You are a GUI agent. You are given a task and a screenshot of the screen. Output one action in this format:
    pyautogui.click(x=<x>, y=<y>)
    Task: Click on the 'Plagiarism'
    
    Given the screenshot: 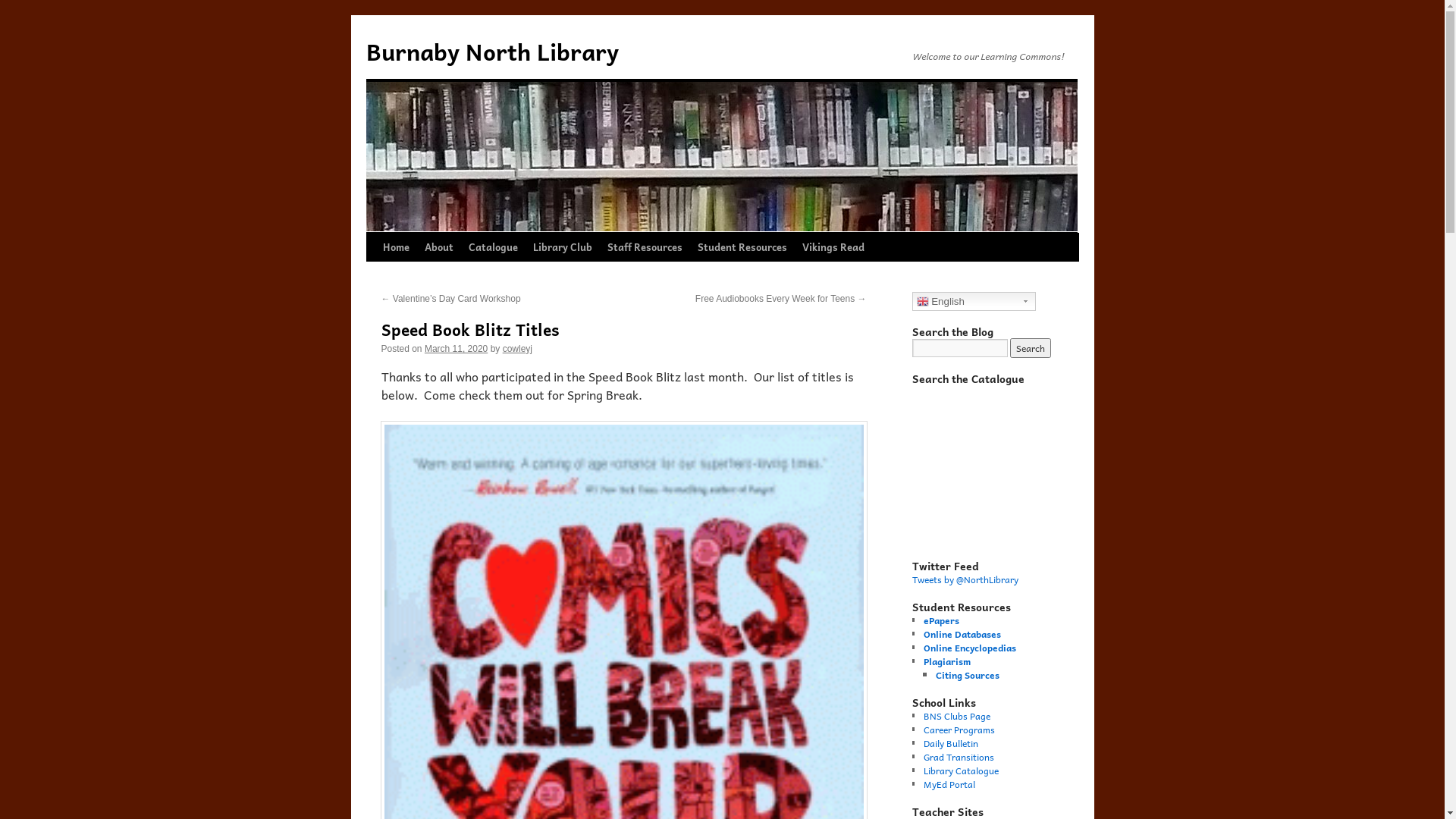 What is the action you would take?
    pyautogui.click(x=946, y=660)
    